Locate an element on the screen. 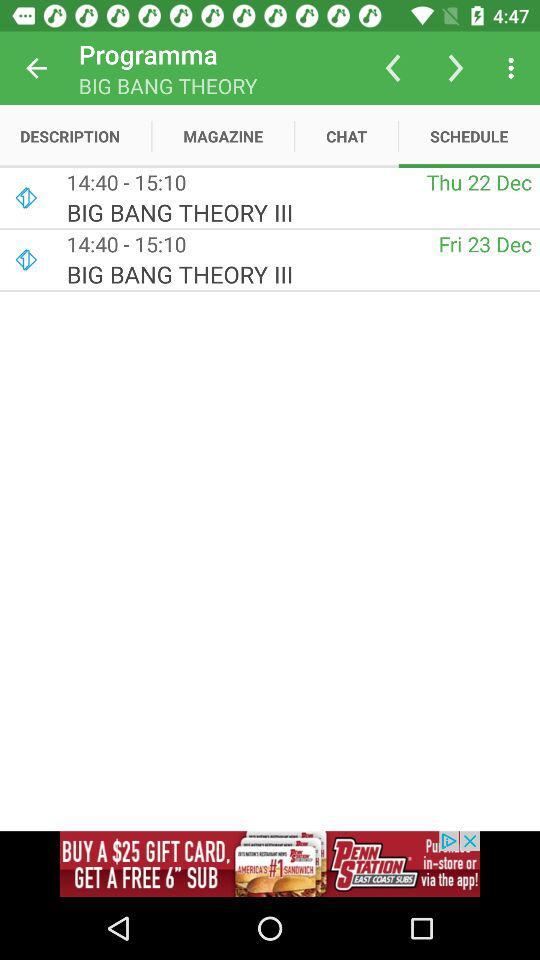 Image resolution: width=540 pixels, height=960 pixels. advertisement is located at coordinates (270, 863).